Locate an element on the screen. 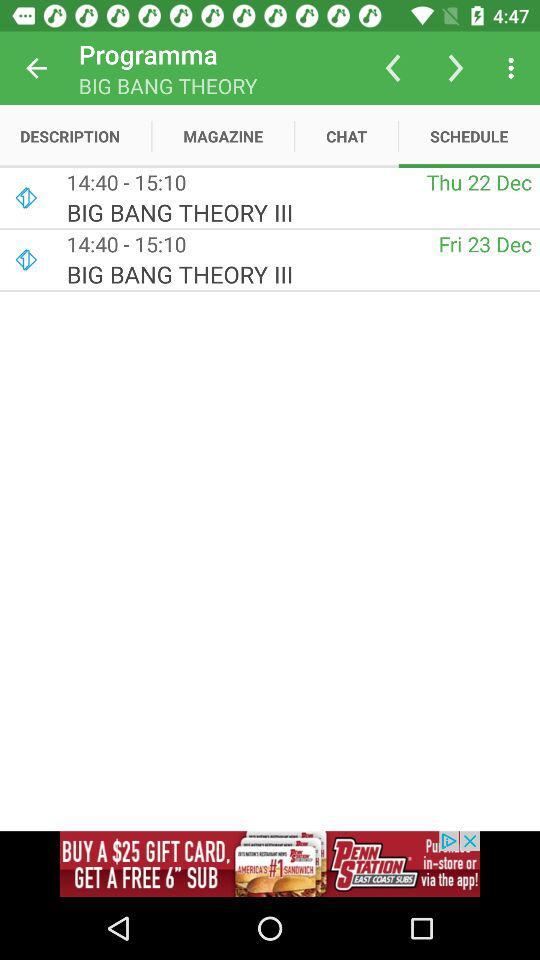 Image resolution: width=540 pixels, height=960 pixels. advertisement is located at coordinates (270, 863).